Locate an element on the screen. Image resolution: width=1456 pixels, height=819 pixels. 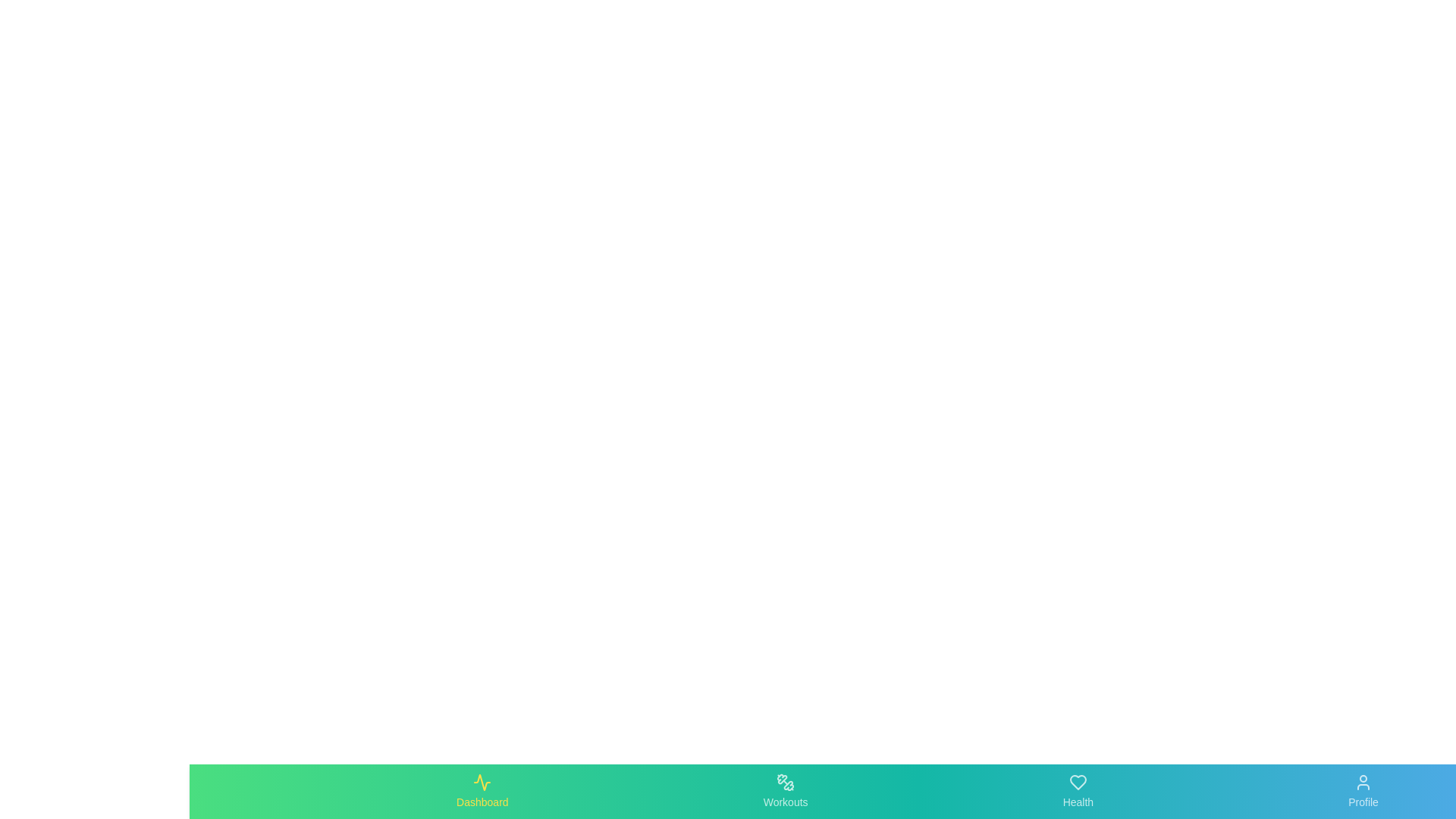
the Health tab by clicking on its button is located at coordinates (1076, 791).